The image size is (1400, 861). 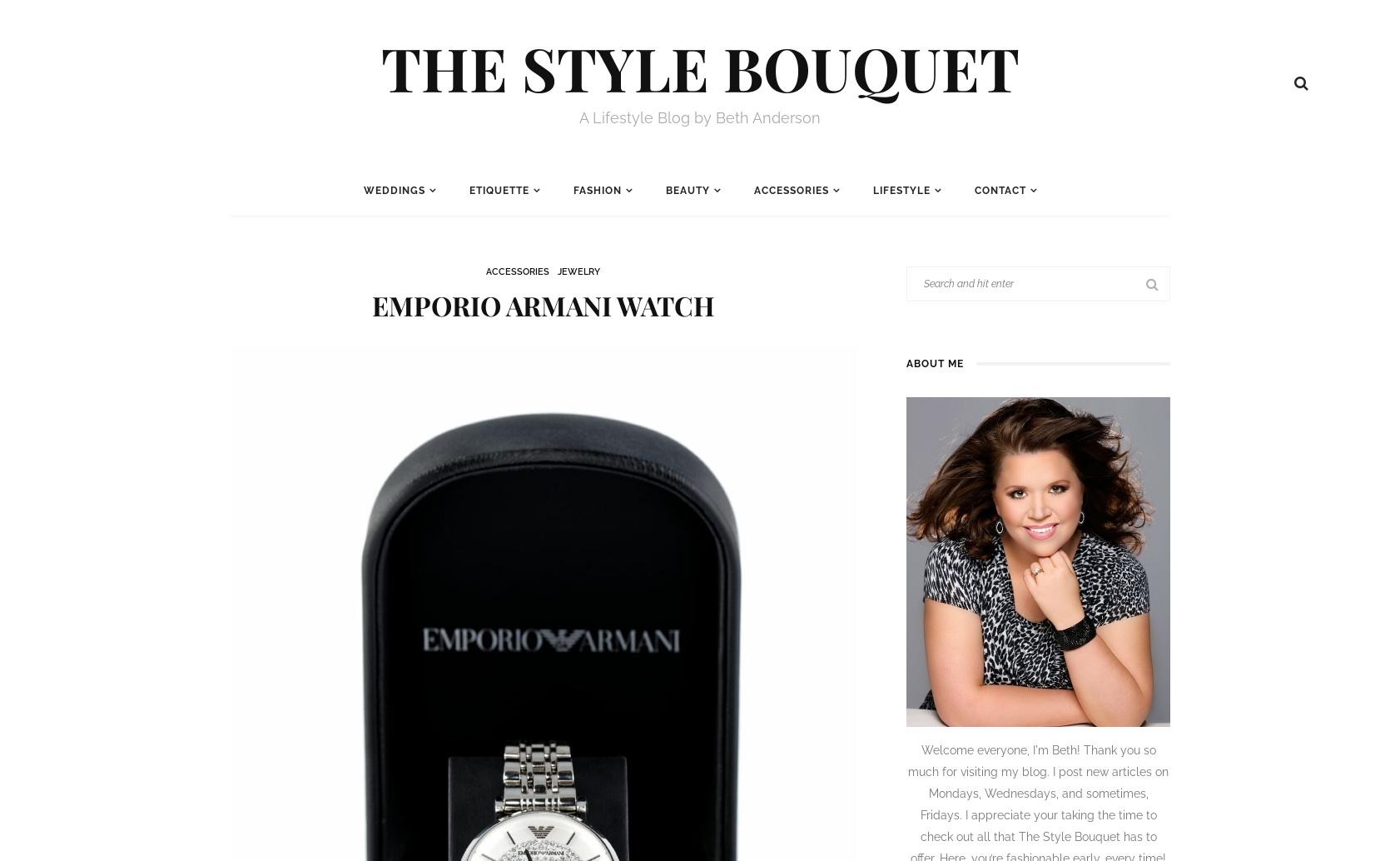 What do you see at coordinates (693, 269) in the screenshot?
I see `'Makeup'` at bounding box center [693, 269].